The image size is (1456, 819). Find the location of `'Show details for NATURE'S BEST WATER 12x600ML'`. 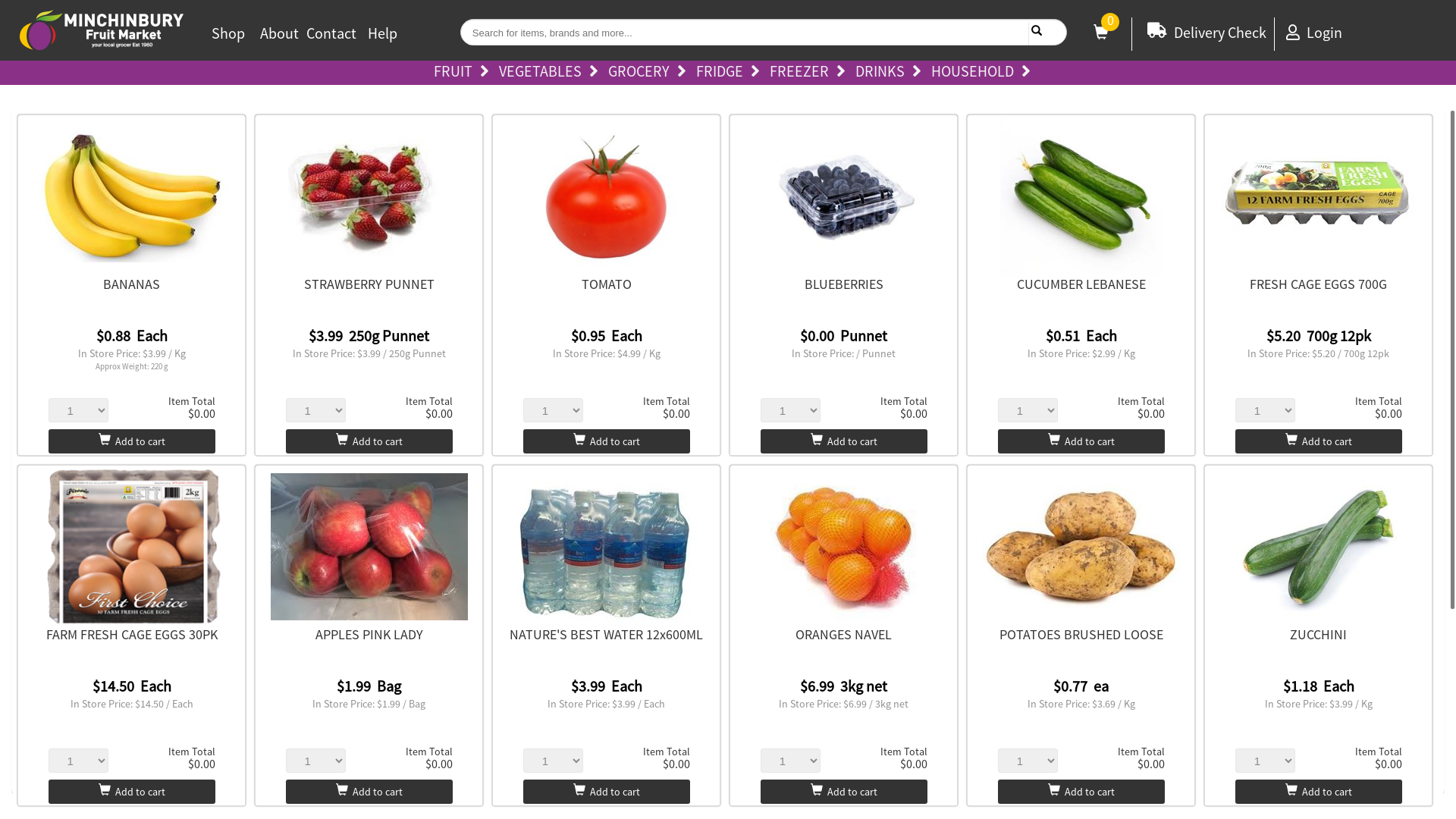

'Show details for NATURE'S BEST WATER 12x600ML' is located at coordinates (607, 547).